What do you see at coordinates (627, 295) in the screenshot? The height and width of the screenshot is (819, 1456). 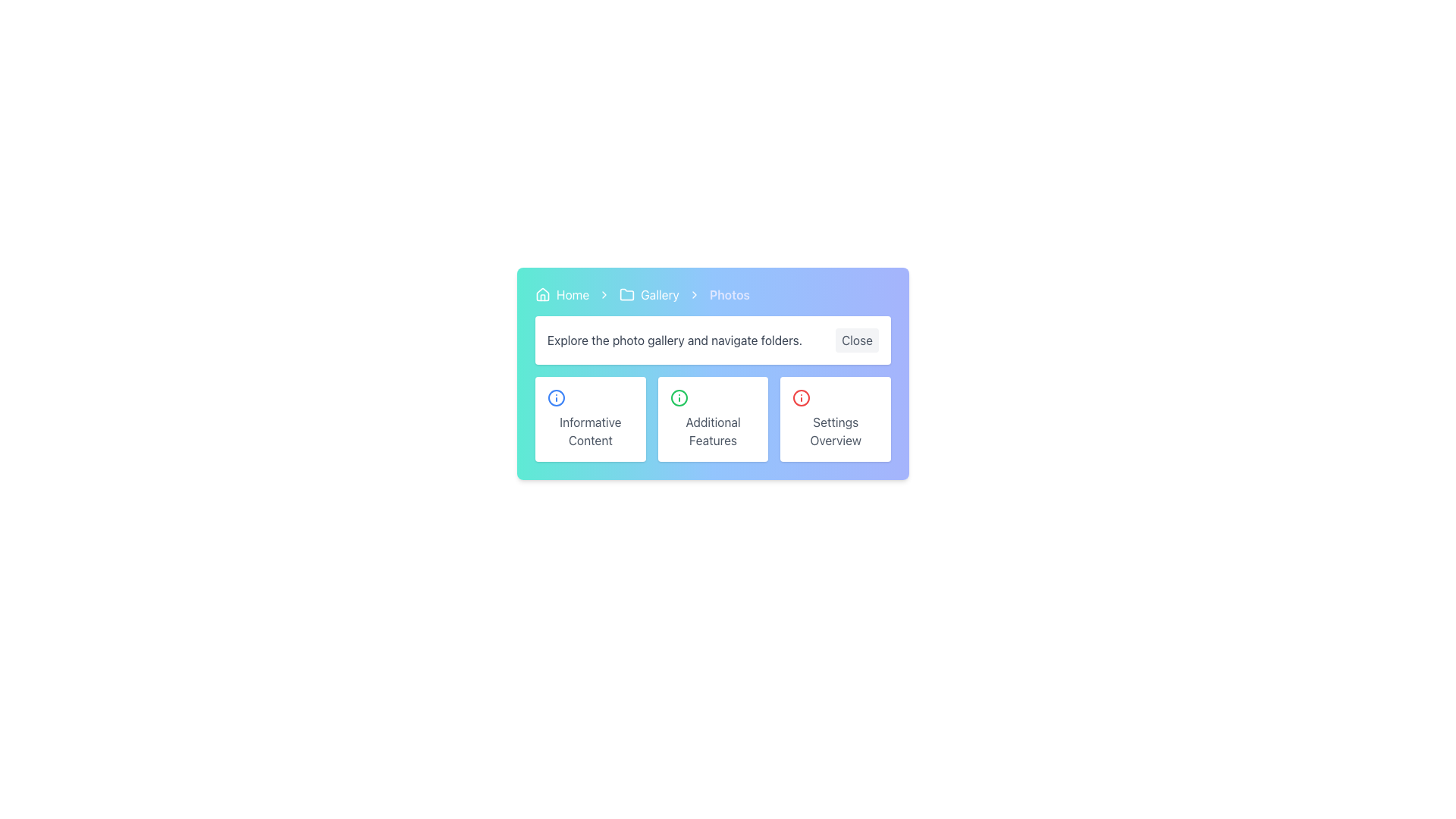 I see `the folder icon located directly to the left of the 'Gallery' text in the breadcrumb navigation bar` at bounding box center [627, 295].